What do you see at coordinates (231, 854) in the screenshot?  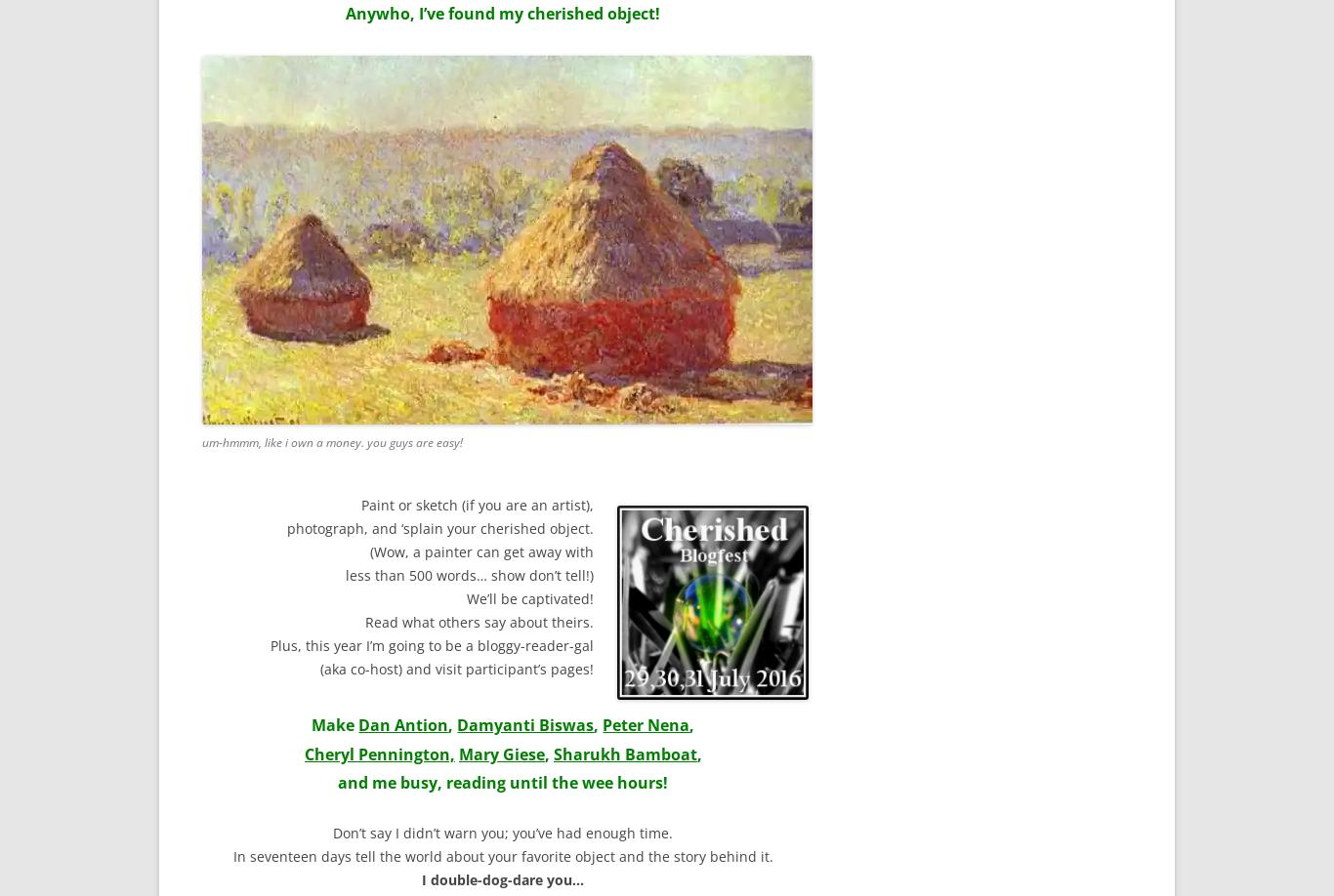 I see `'In seventeen days tell the world about your favorite object and the story behind it.'` at bounding box center [231, 854].